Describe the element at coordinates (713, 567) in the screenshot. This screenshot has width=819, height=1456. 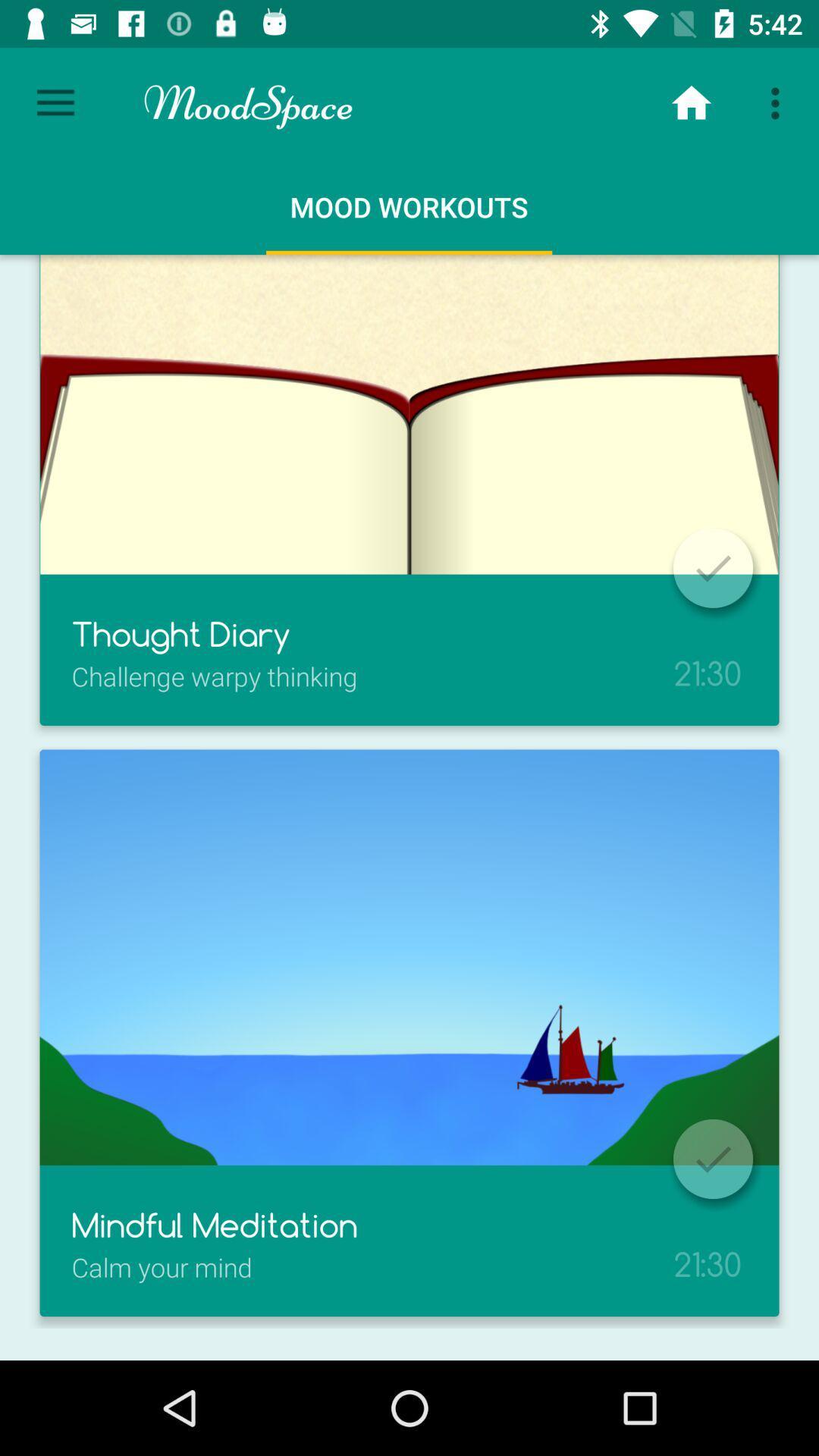
I see `mark as done` at that location.